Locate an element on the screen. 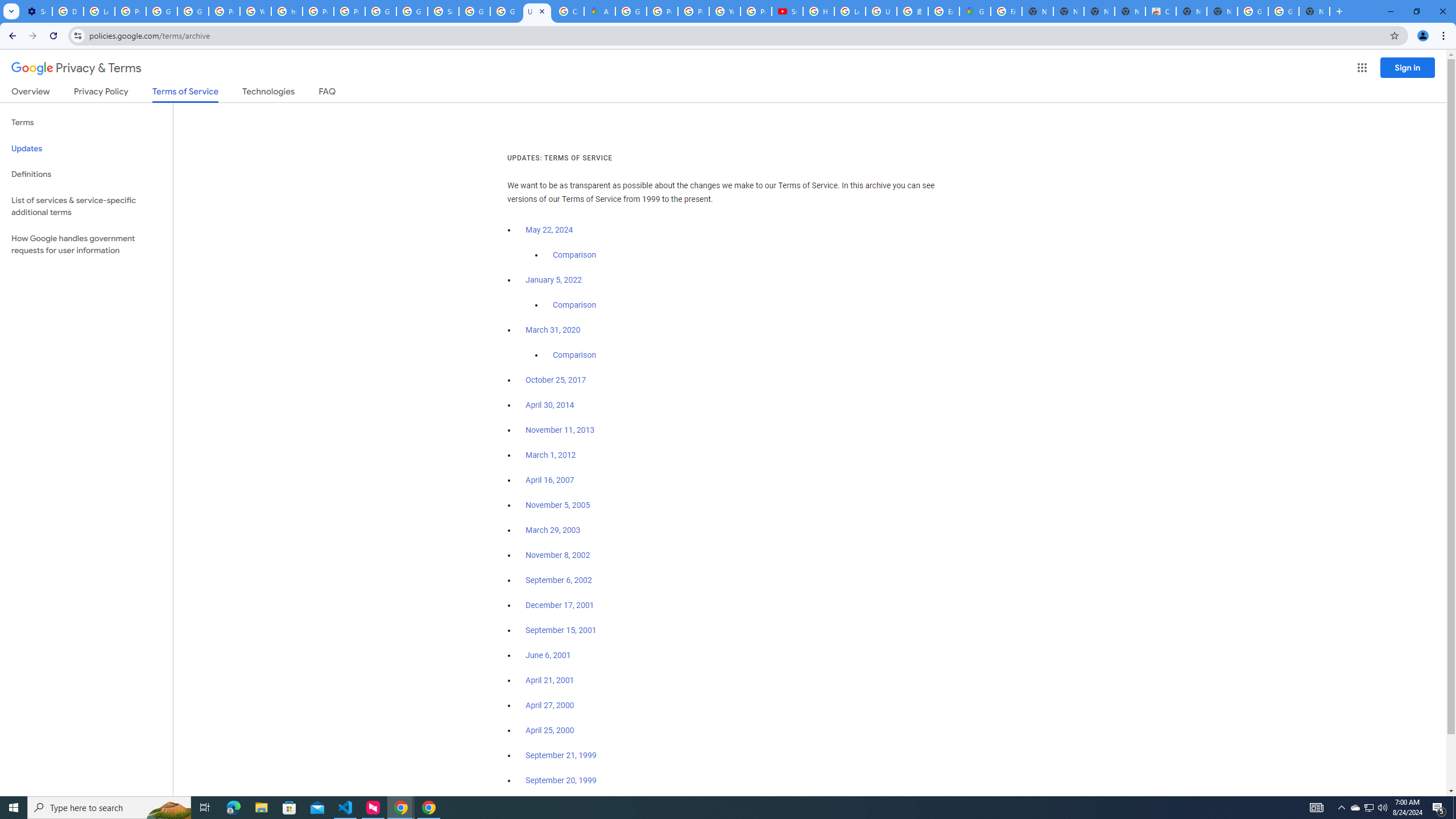 Image resolution: width=1456 pixels, height=819 pixels. 'Privacy Policy' is located at coordinates (100, 93).